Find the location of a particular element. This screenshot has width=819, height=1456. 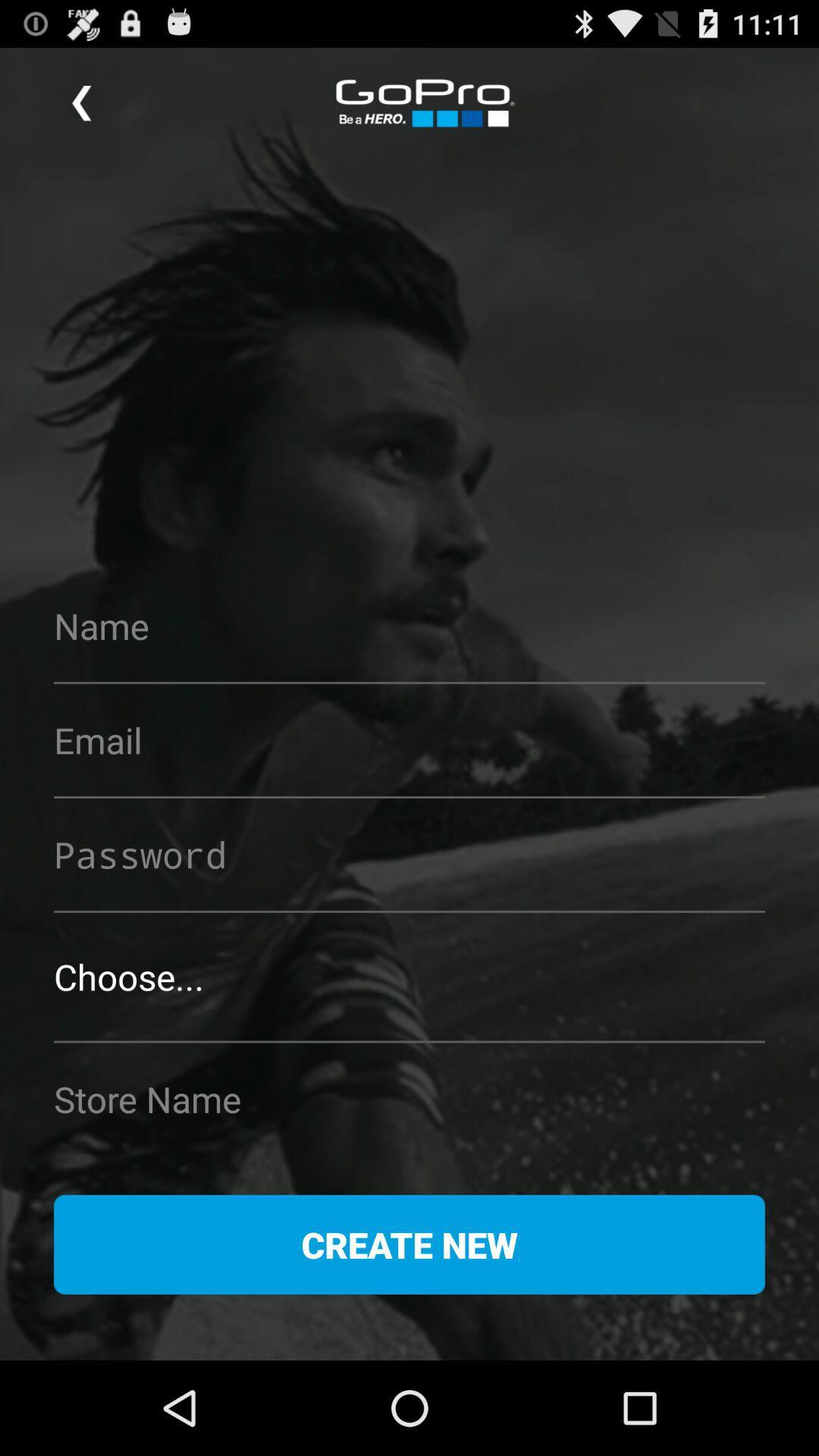

go back is located at coordinates (81, 102).